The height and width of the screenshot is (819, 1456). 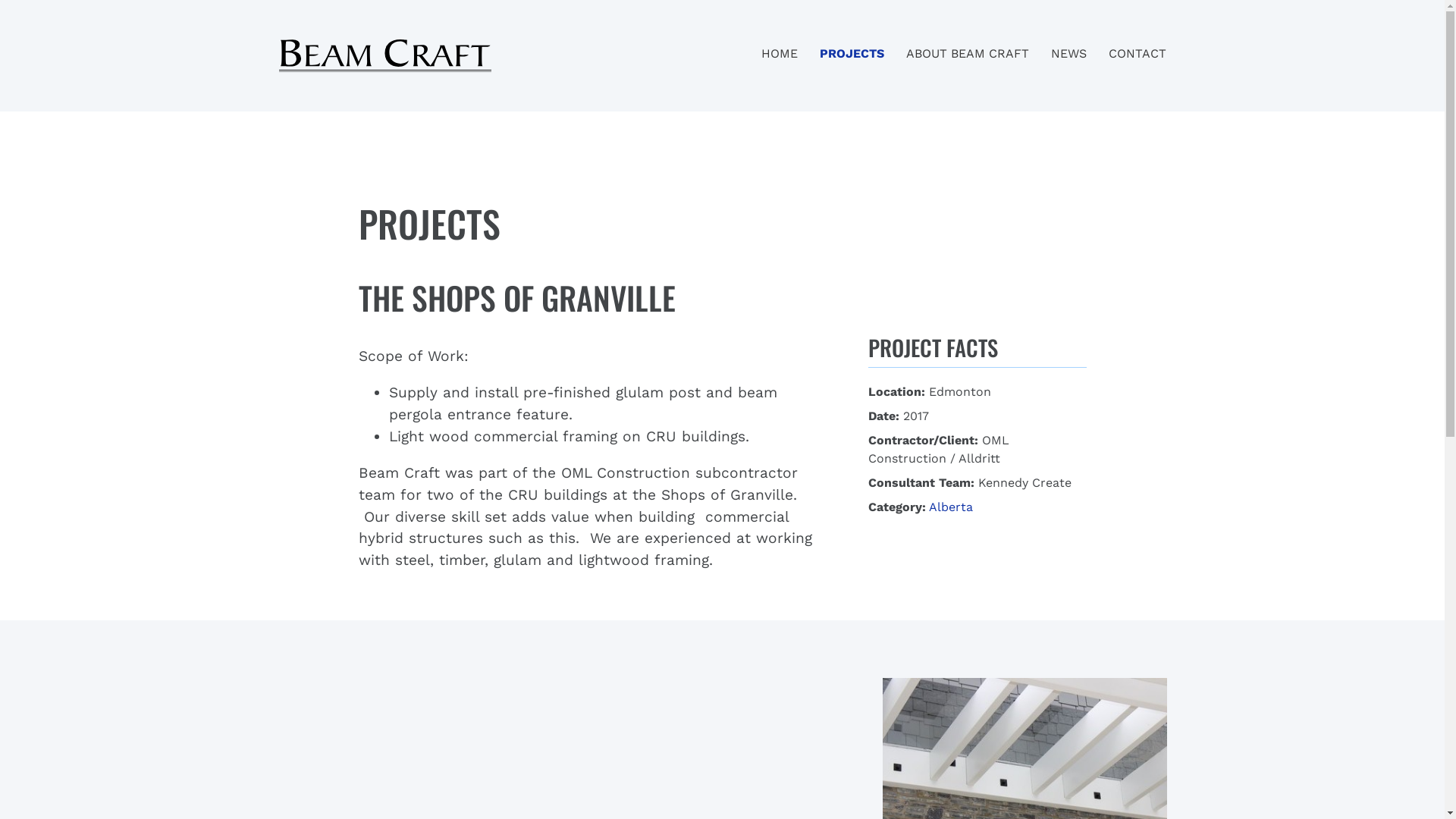 I want to click on 'NEWS', so click(x=1068, y=52).